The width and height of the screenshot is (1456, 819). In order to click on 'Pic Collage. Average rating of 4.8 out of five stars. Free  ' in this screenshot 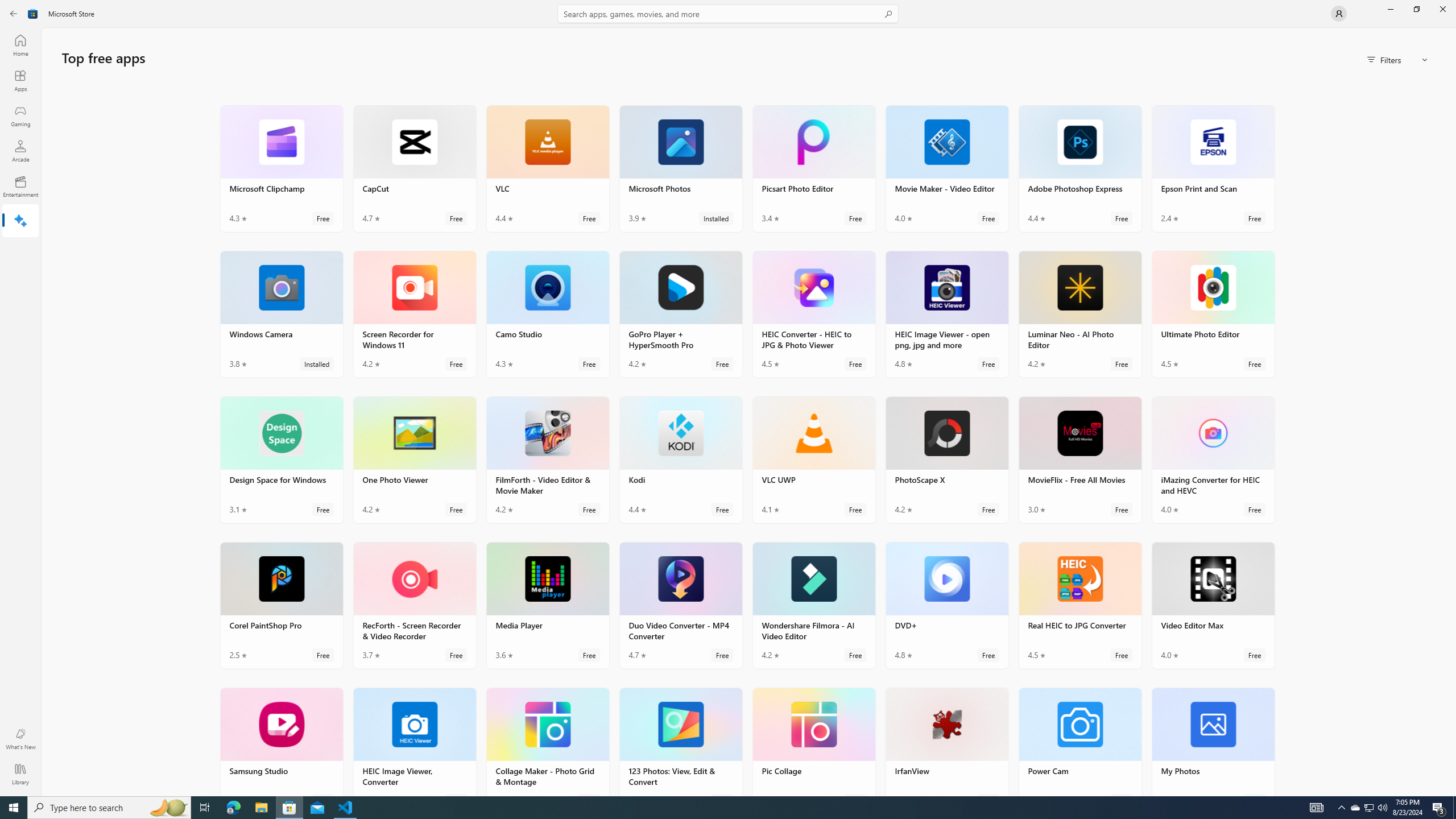, I will do `click(813, 741)`.